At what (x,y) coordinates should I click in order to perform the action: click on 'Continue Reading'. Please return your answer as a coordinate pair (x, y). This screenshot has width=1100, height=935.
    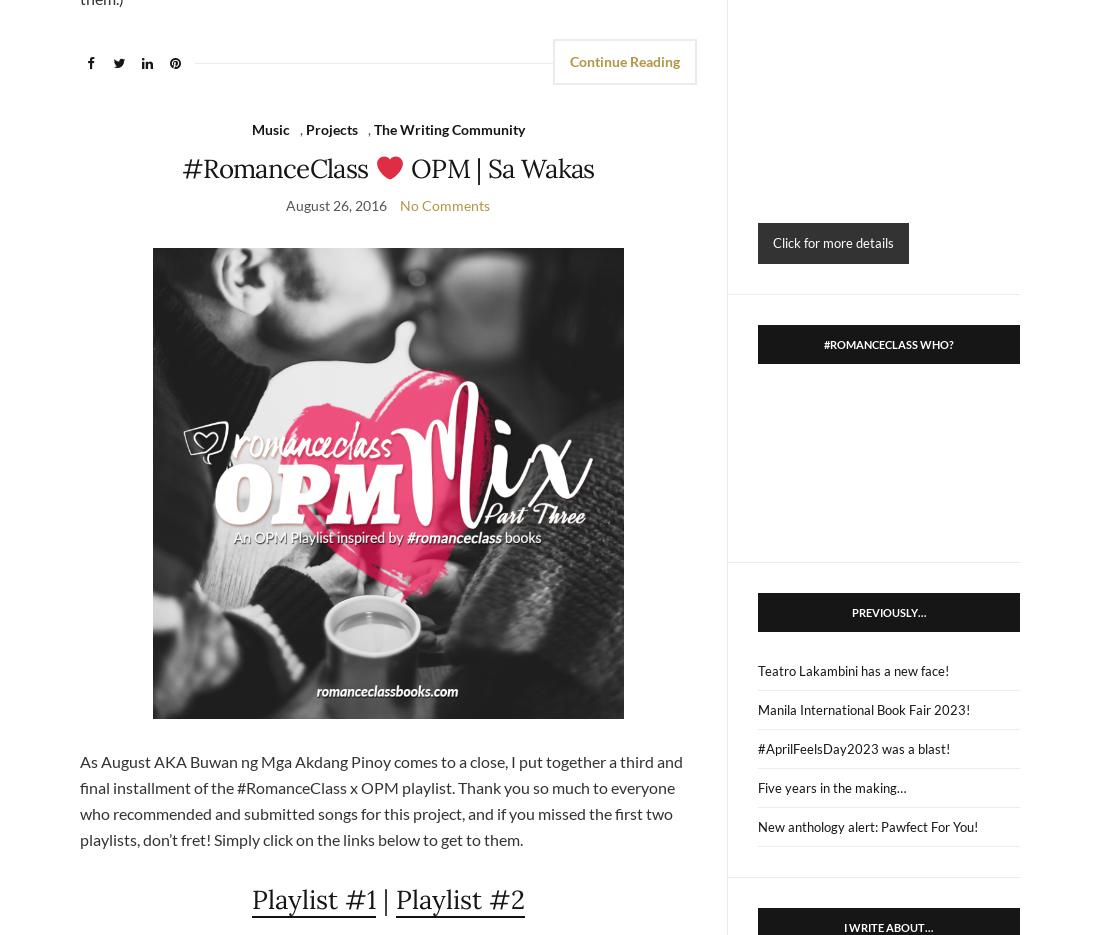
    Looking at the image, I should click on (624, 60).